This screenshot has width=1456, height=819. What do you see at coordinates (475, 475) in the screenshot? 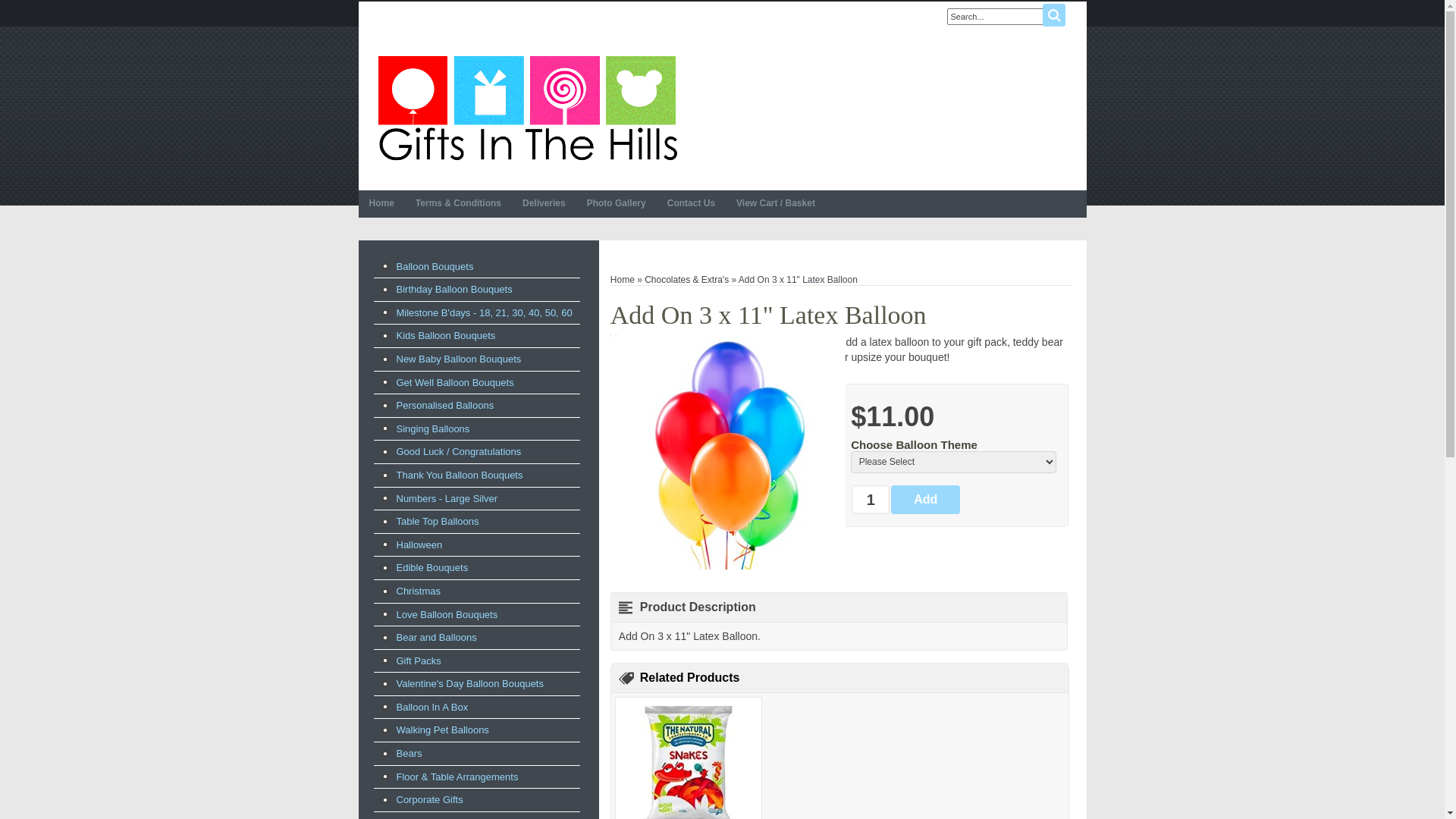
I see `'Thank You Balloon Bouquets'` at bounding box center [475, 475].